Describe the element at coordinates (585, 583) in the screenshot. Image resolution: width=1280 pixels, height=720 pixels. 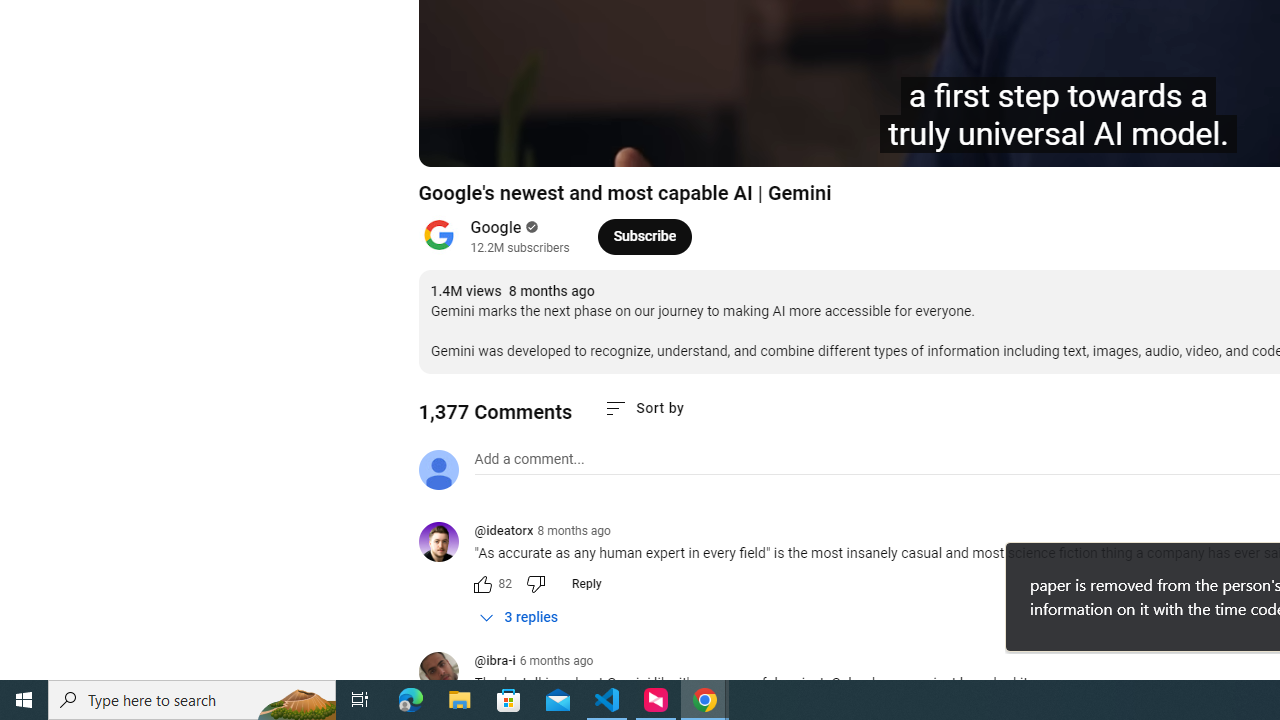
I see `'Reply'` at that location.